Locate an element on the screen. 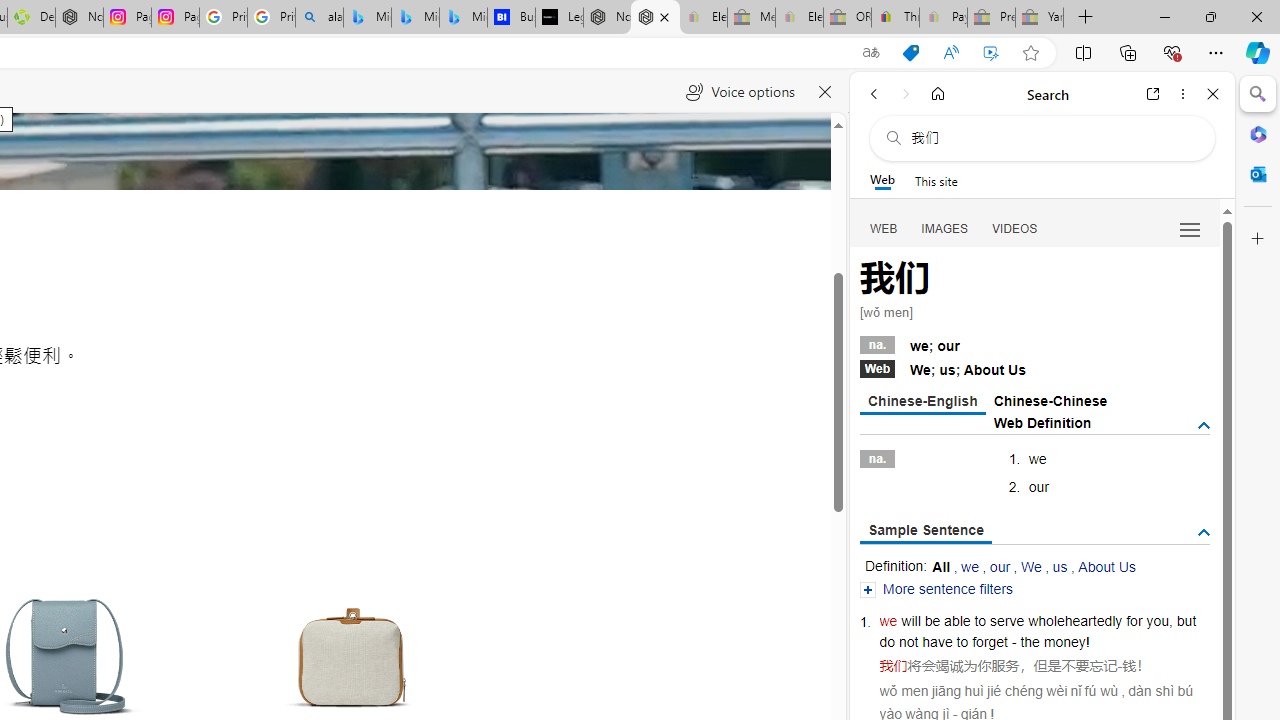  'will' is located at coordinates (910, 620).